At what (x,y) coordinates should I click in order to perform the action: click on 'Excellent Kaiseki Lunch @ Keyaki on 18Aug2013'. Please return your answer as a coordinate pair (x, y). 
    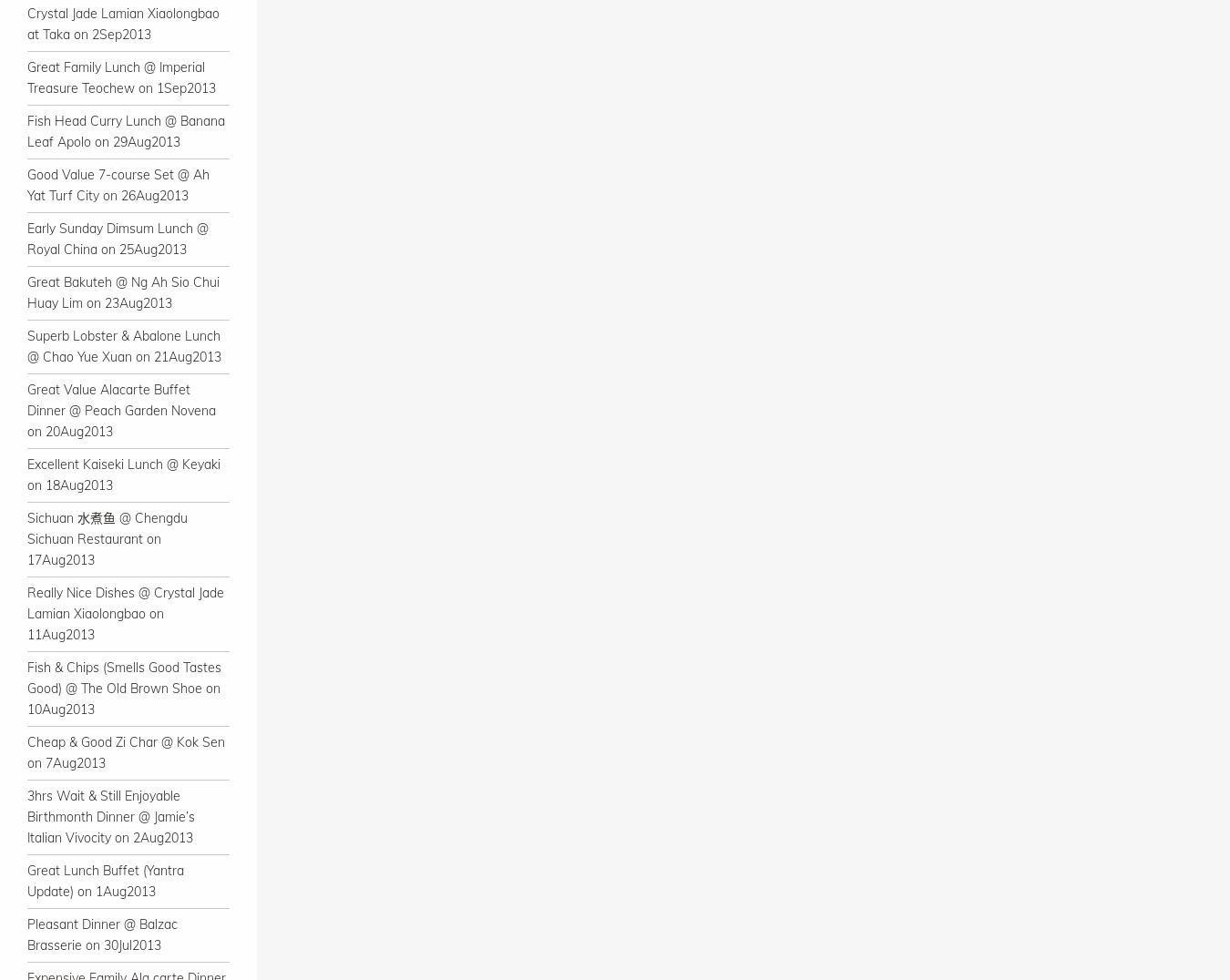
    Looking at the image, I should click on (123, 475).